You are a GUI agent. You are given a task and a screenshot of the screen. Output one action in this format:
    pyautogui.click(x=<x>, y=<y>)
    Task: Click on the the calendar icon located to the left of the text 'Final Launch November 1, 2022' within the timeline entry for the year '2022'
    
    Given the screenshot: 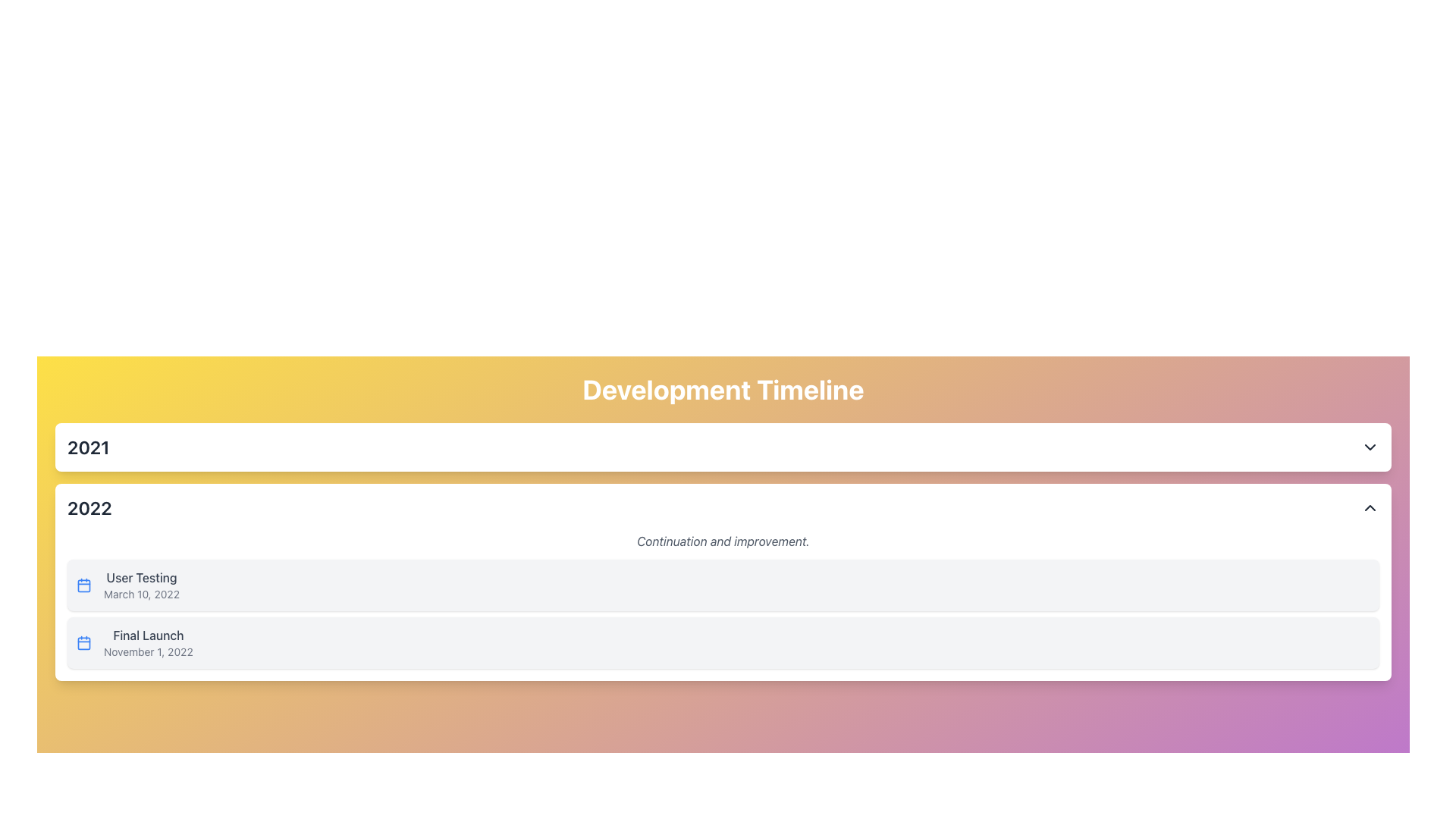 What is the action you would take?
    pyautogui.click(x=83, y=643)
    